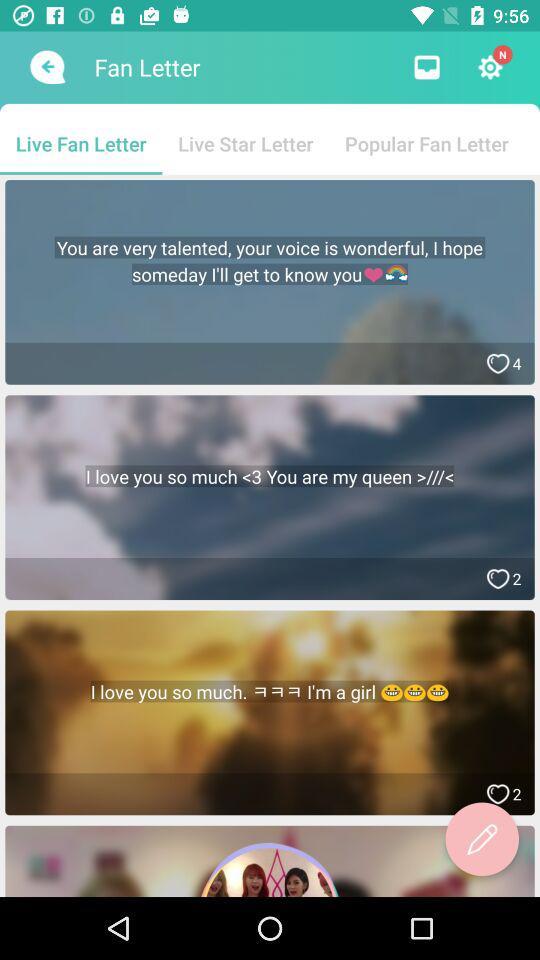  I want to click on the settings icon, so click(489, 67).